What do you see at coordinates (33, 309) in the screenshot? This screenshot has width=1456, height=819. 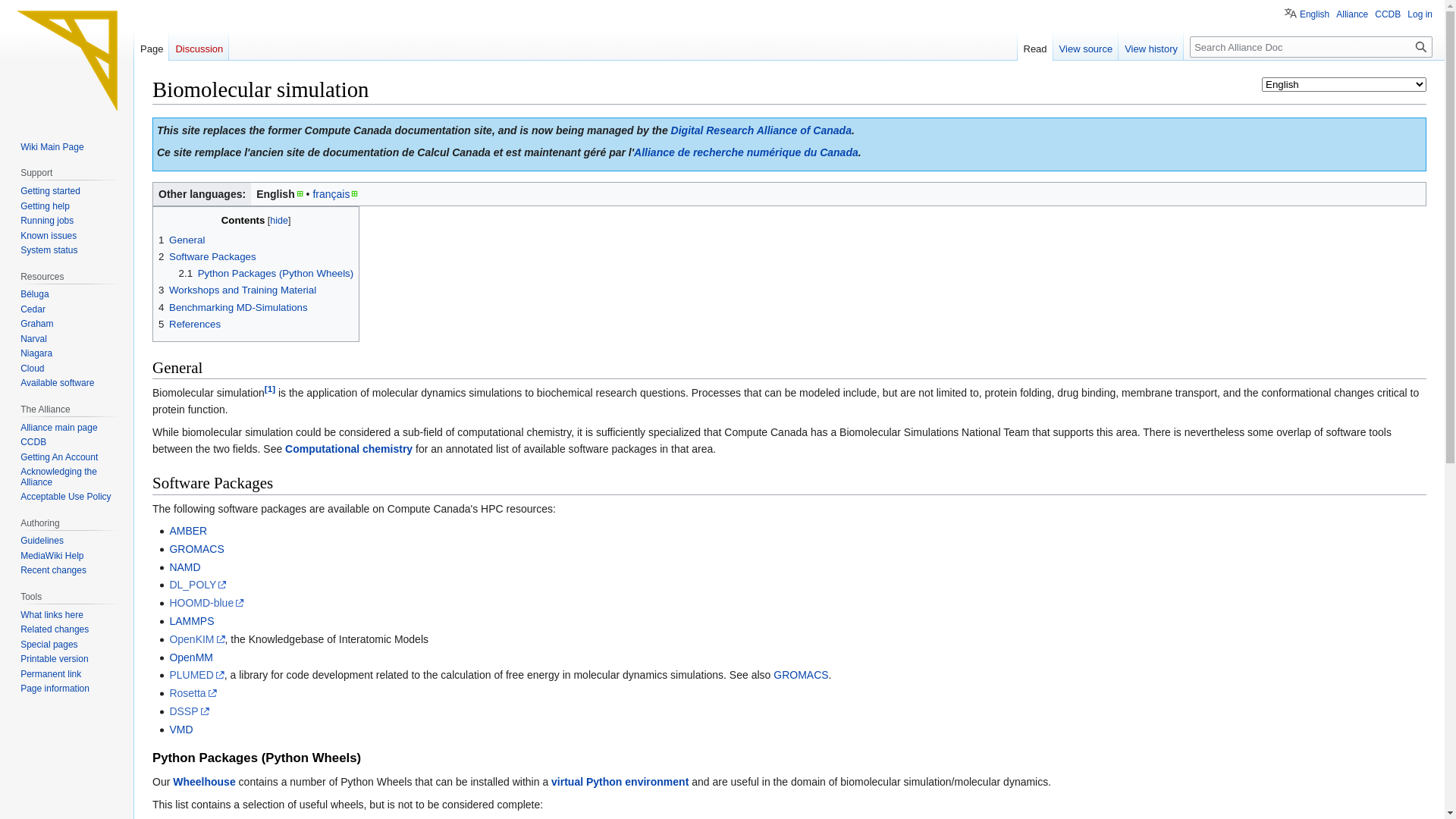 I see `'Cedar'` at bounding box center [33, 309].